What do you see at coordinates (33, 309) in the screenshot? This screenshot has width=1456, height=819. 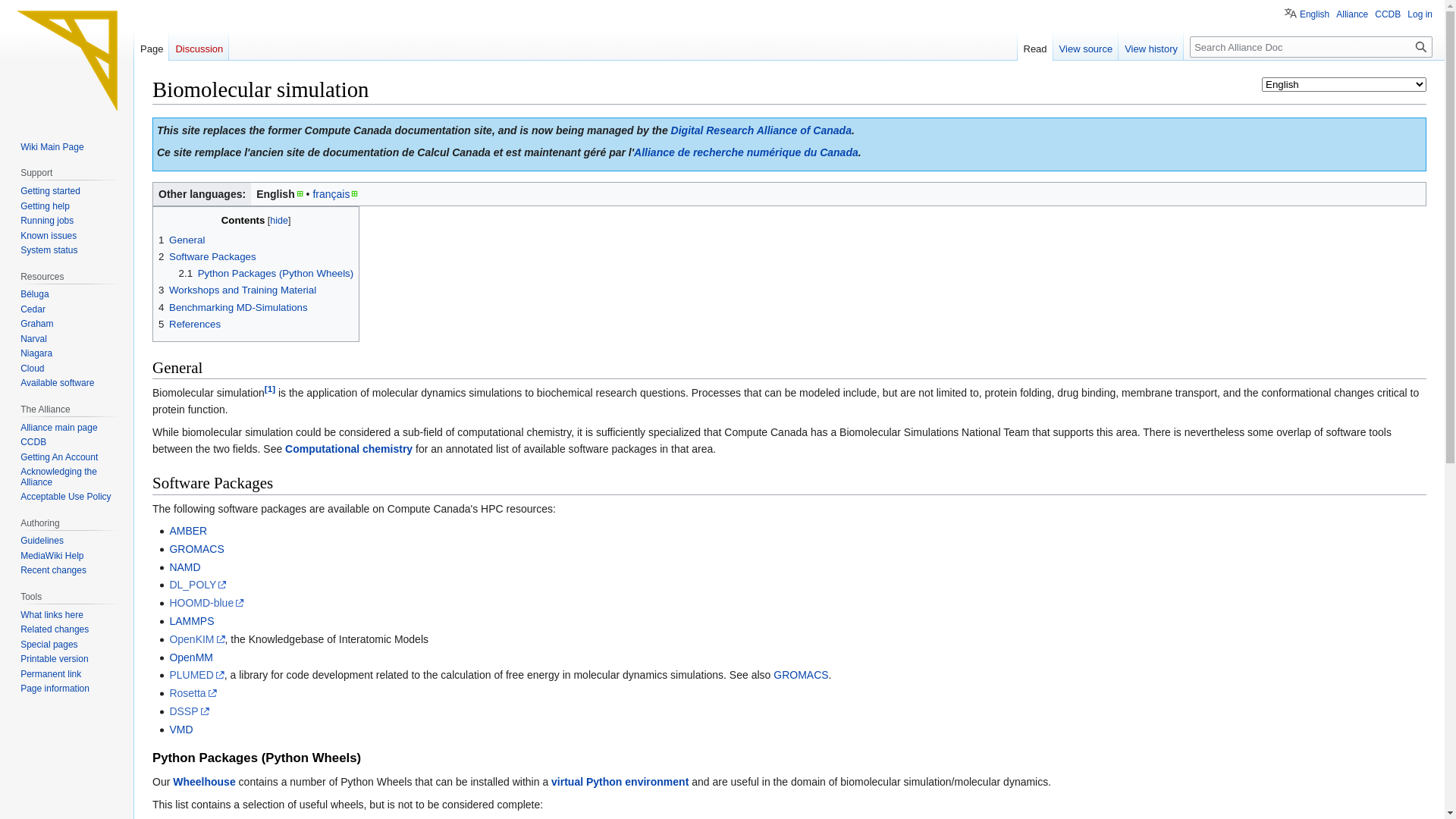 I see `'Cedar'` at bounding box center [33, 309].